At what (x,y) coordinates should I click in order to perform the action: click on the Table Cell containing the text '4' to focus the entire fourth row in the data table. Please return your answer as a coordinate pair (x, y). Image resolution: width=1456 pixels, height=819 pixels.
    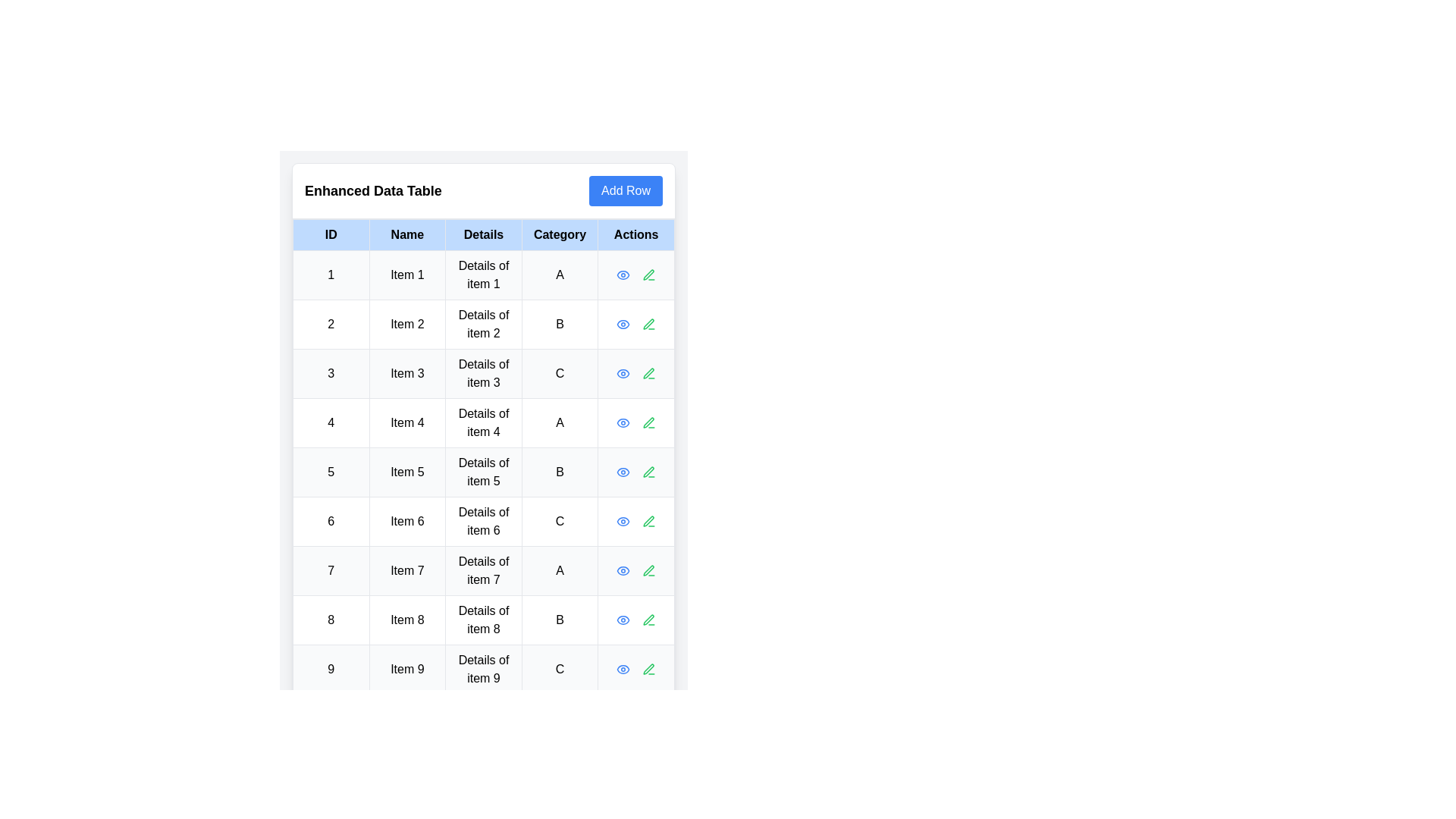
    Looking at the image, I should click on (330, 423).